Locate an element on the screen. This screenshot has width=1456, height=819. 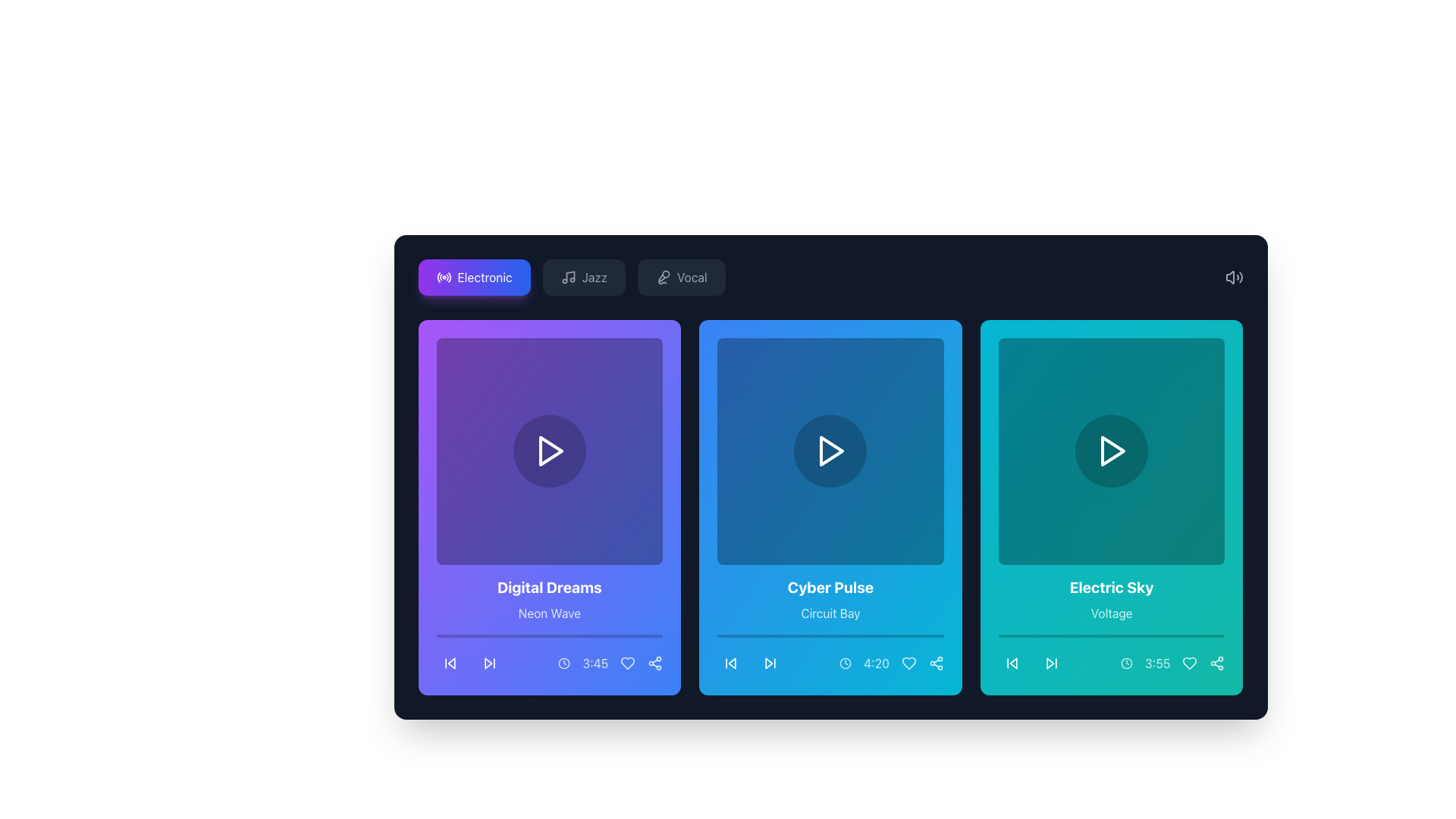
the favorite or like button is located at coordinates (628, 662).